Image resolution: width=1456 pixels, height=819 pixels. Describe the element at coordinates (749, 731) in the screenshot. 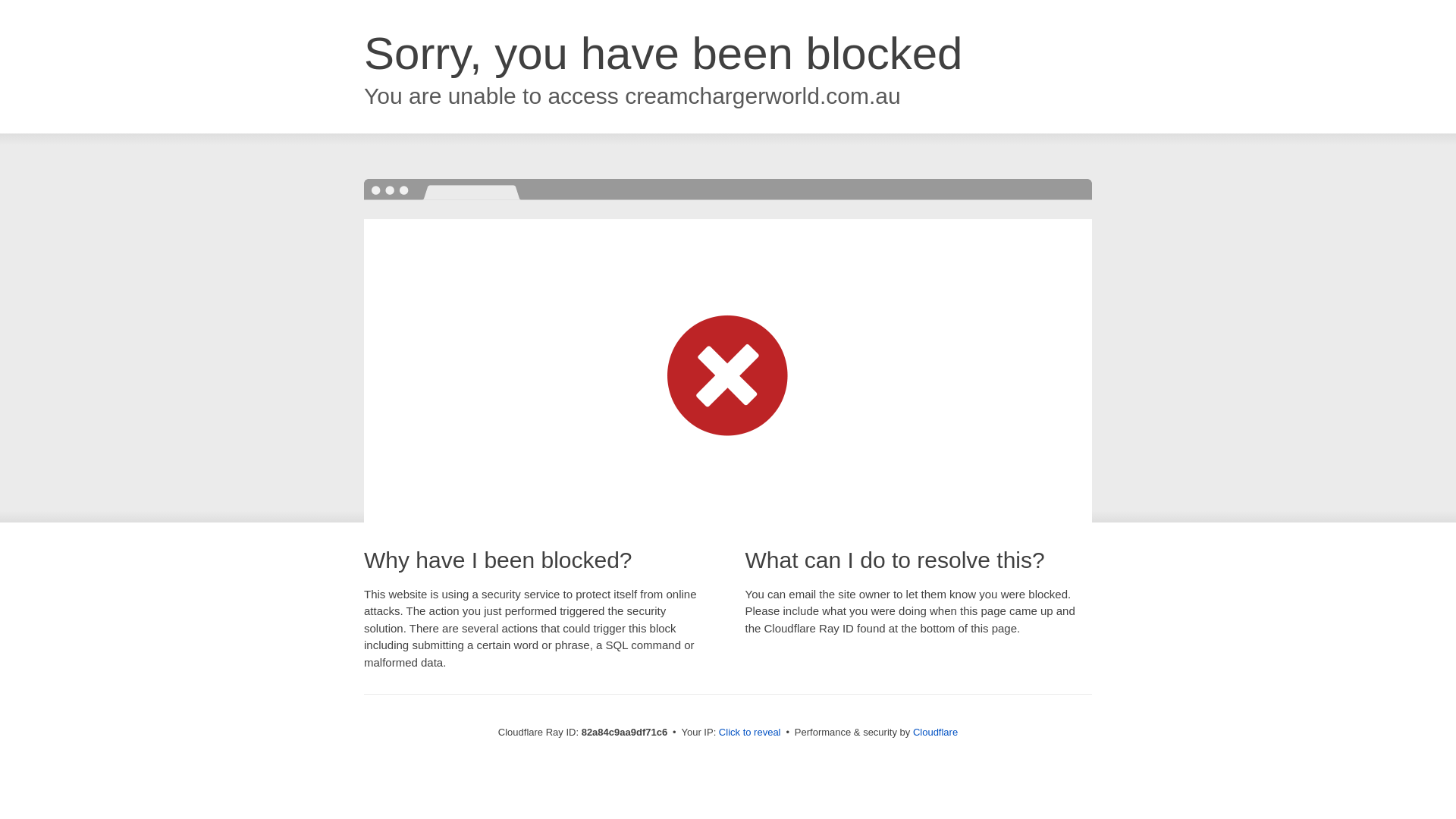

I see `'Click to reveal'` at that location.